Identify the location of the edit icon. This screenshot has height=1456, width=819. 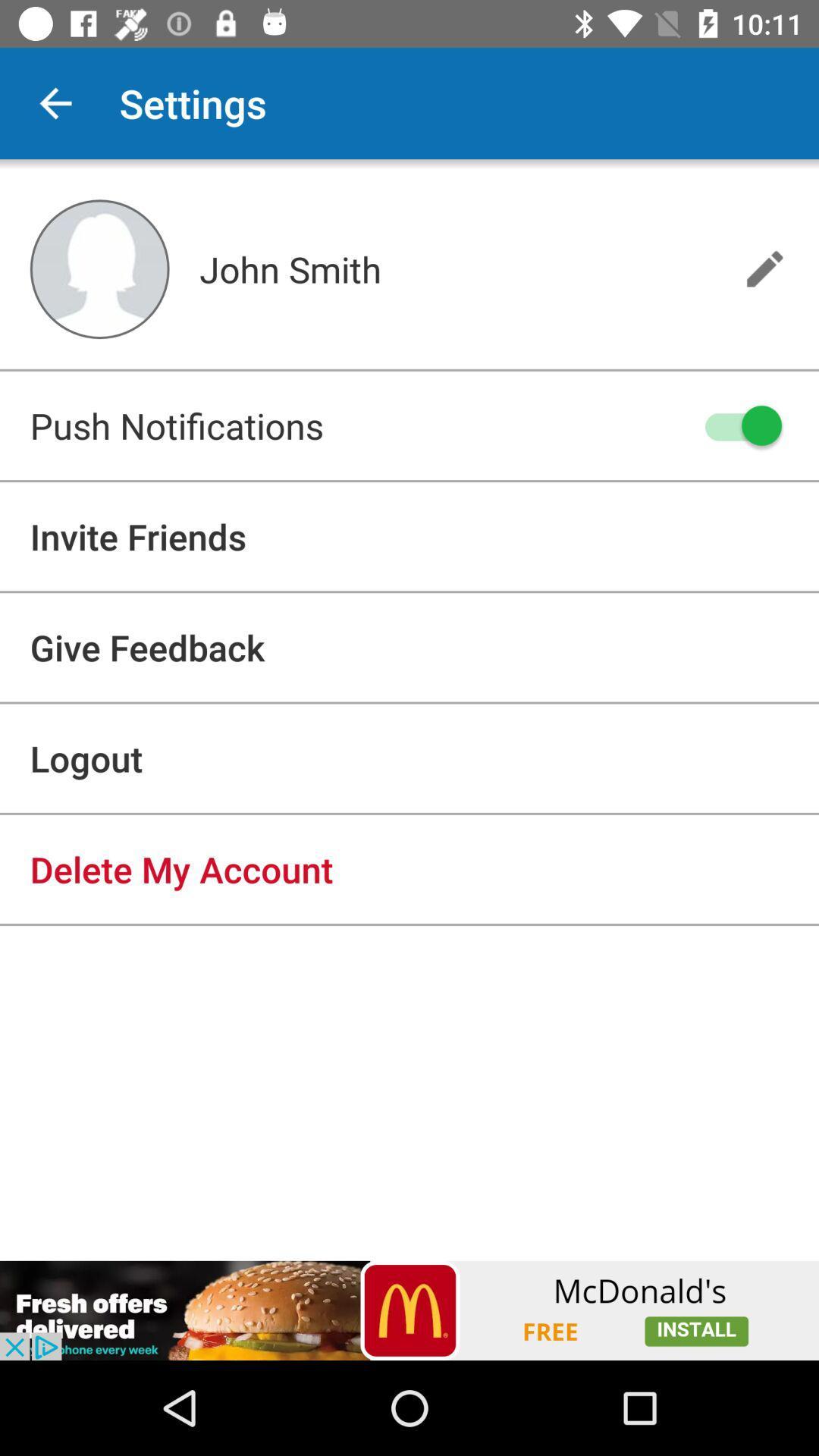
(764, 268).